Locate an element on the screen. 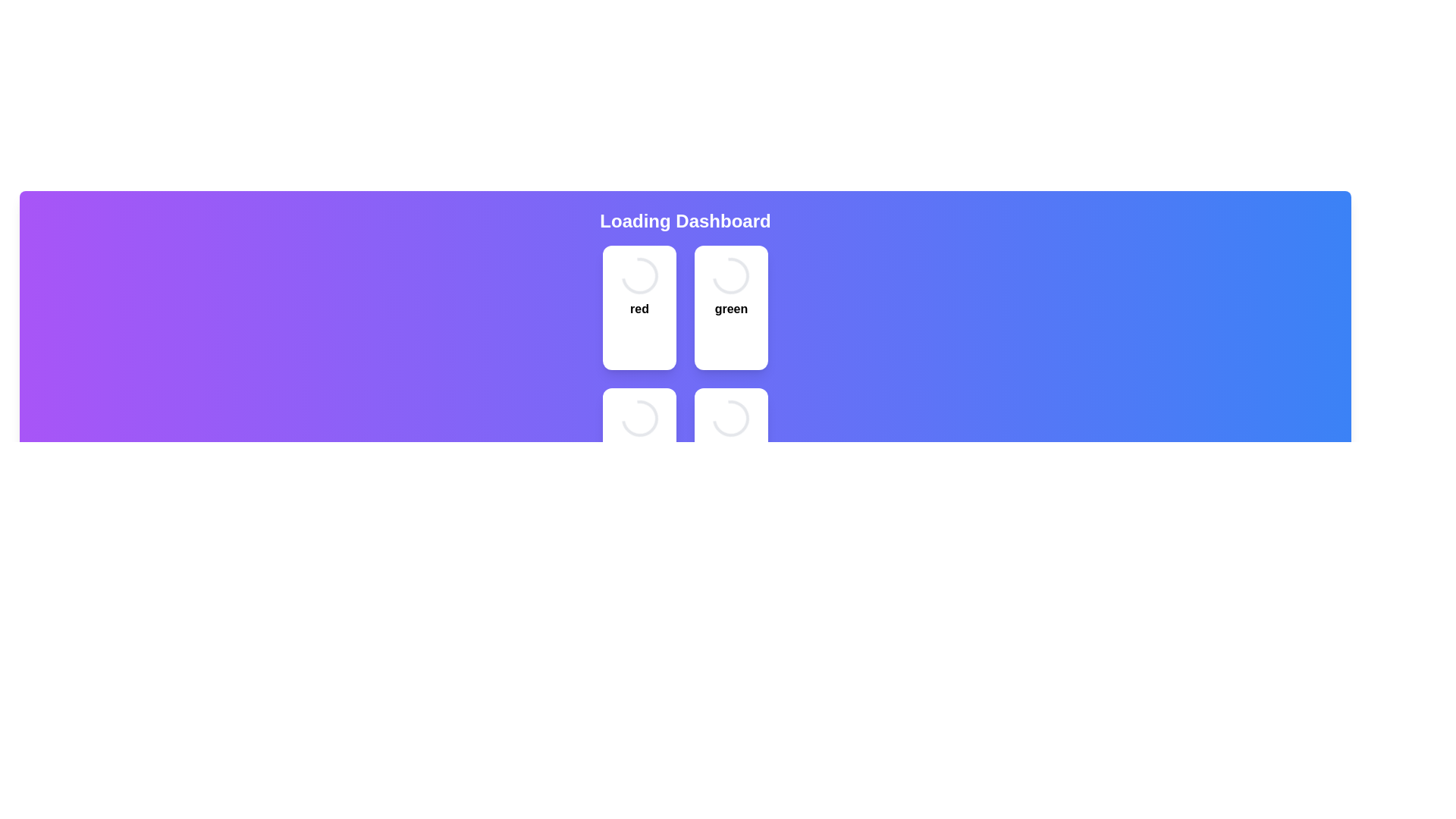  the status display indicating that the system is currently loading, located in the lower section of the main layout, below the grid of colored panels is located at coordinates (684, 593).